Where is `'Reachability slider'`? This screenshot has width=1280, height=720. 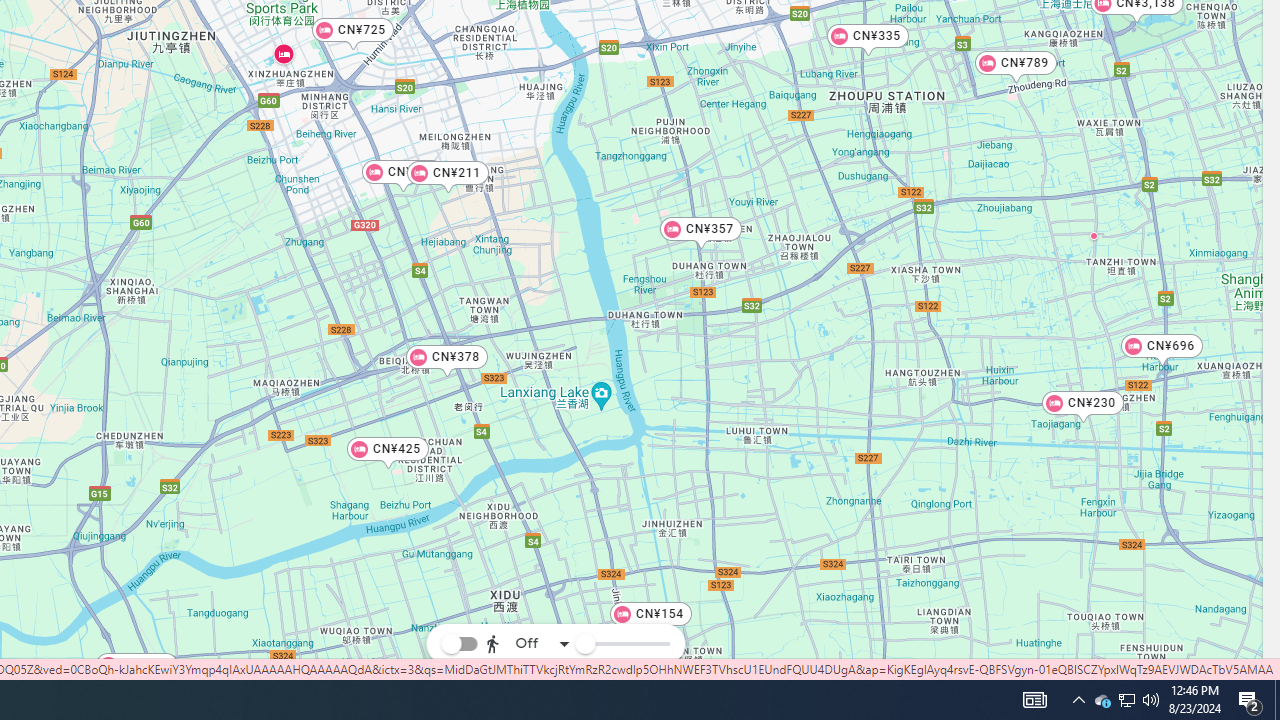 'Reachability slider' is located at coordinates (583, 644).